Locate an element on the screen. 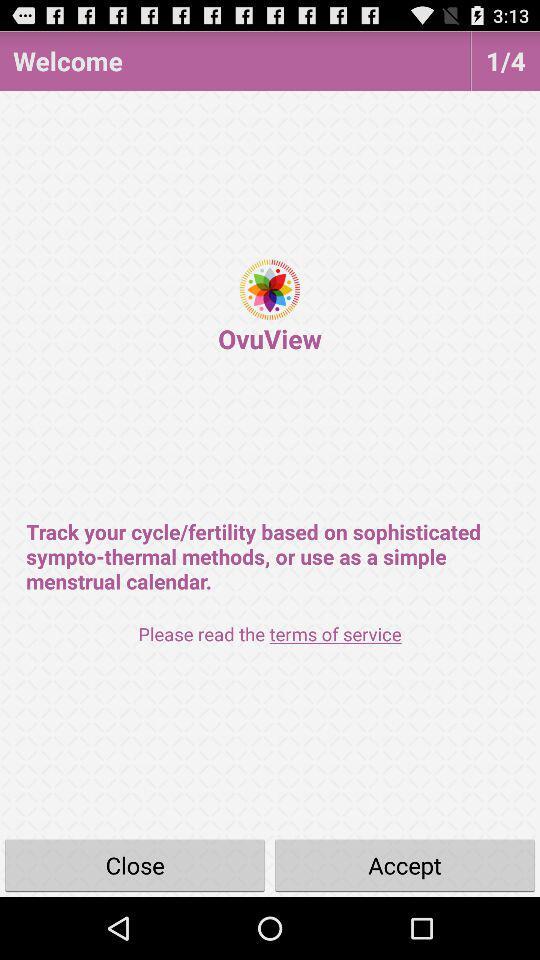 This screenshot has width=540, height=960. please read the app is located at coordinates (270, 633).